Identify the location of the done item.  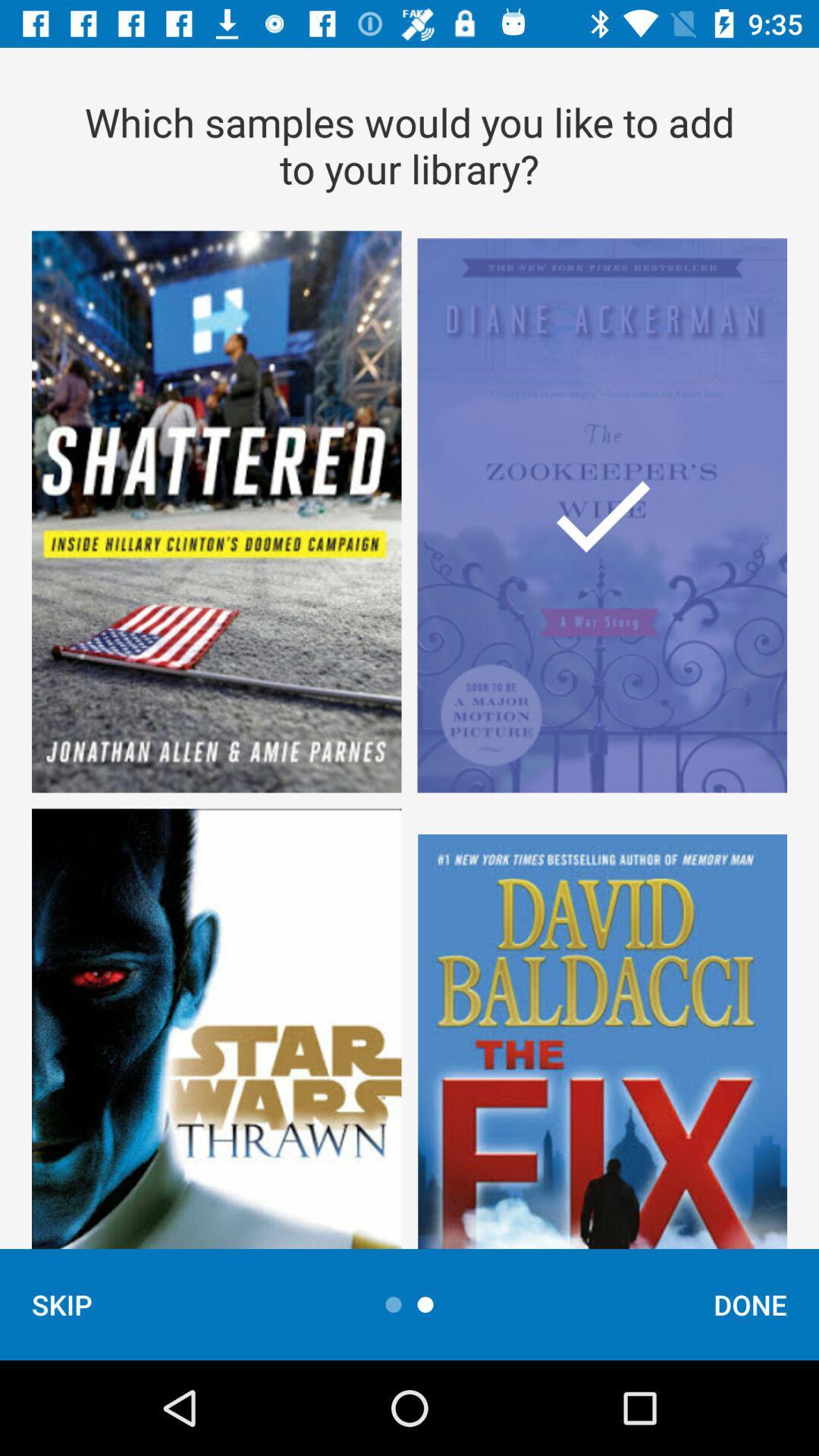
(749, 1304).